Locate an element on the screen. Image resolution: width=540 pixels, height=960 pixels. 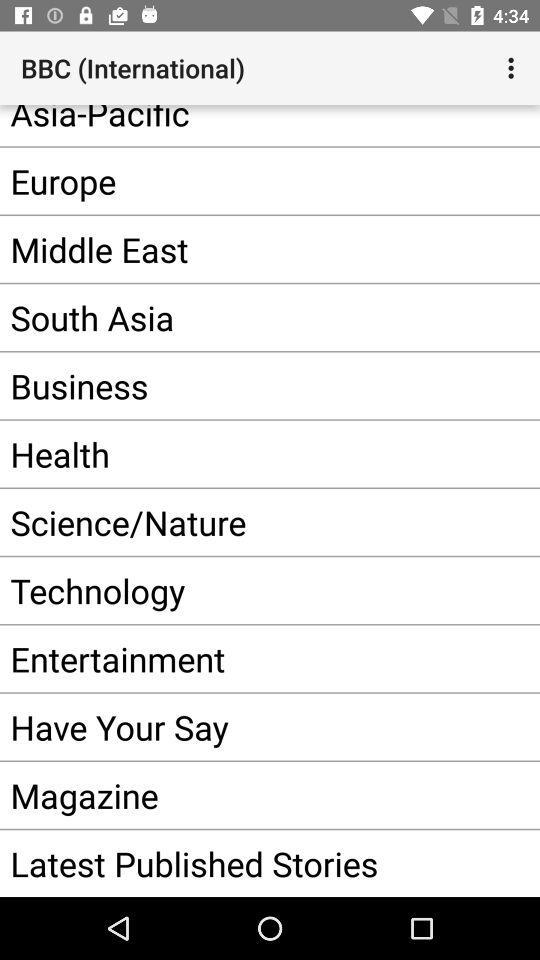
the item below south asia app is located at coordinates (239, 384).